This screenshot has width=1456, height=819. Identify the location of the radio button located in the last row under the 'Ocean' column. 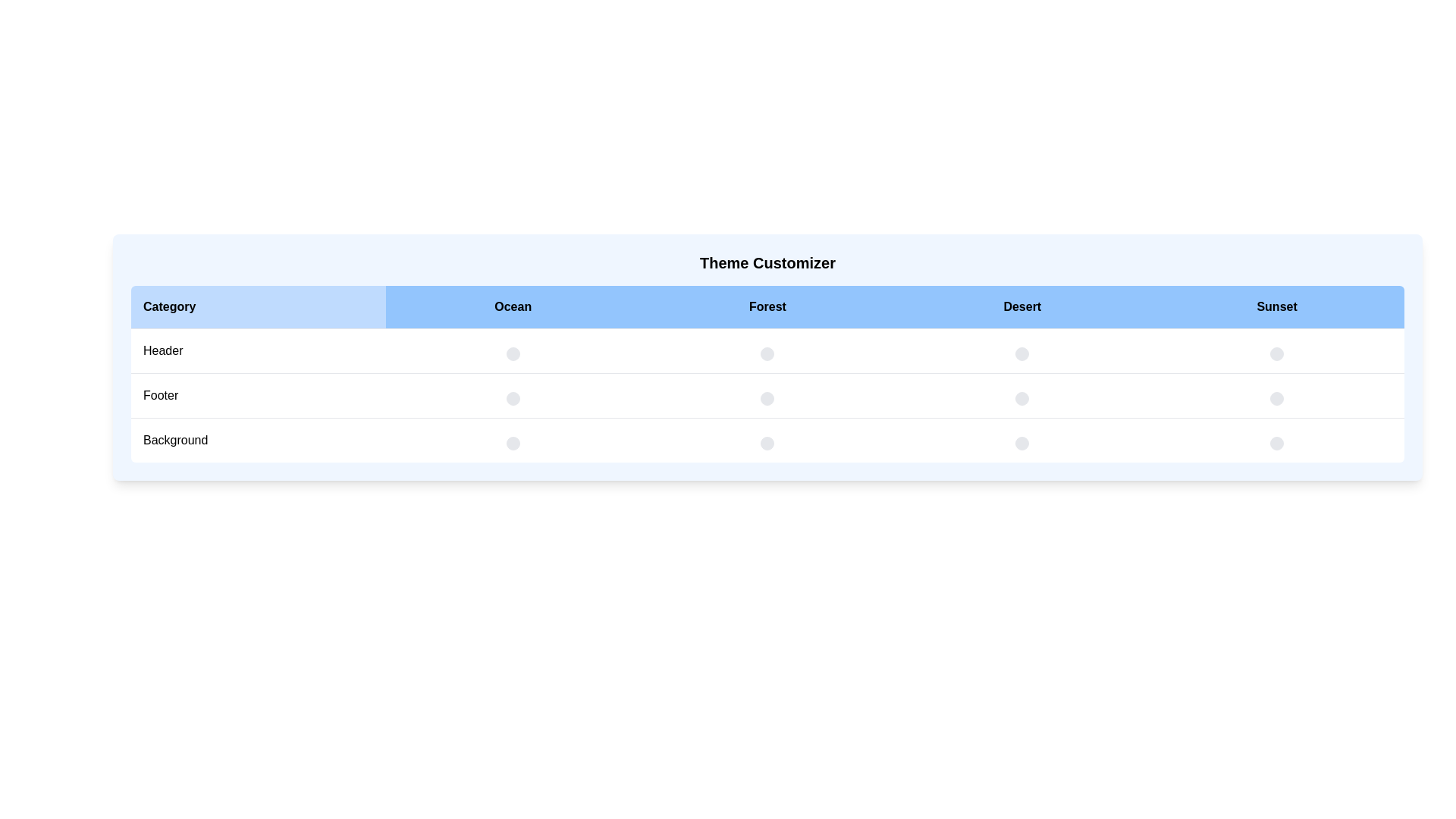
(513, 444).